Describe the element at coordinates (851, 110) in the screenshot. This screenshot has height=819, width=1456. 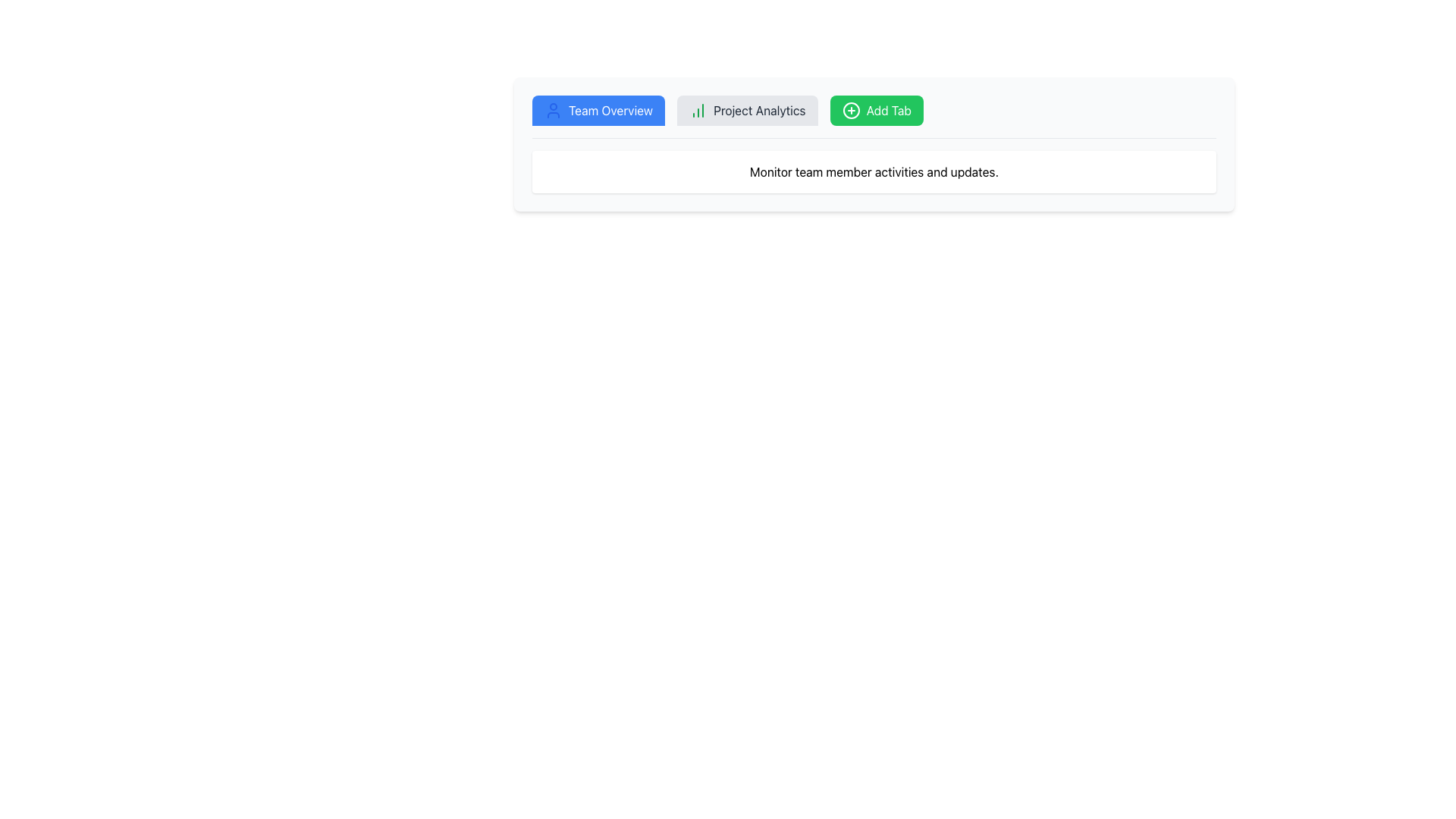
I see `the interactive graphic circular icon, which is part of the 'Add Tab' button` at that location.